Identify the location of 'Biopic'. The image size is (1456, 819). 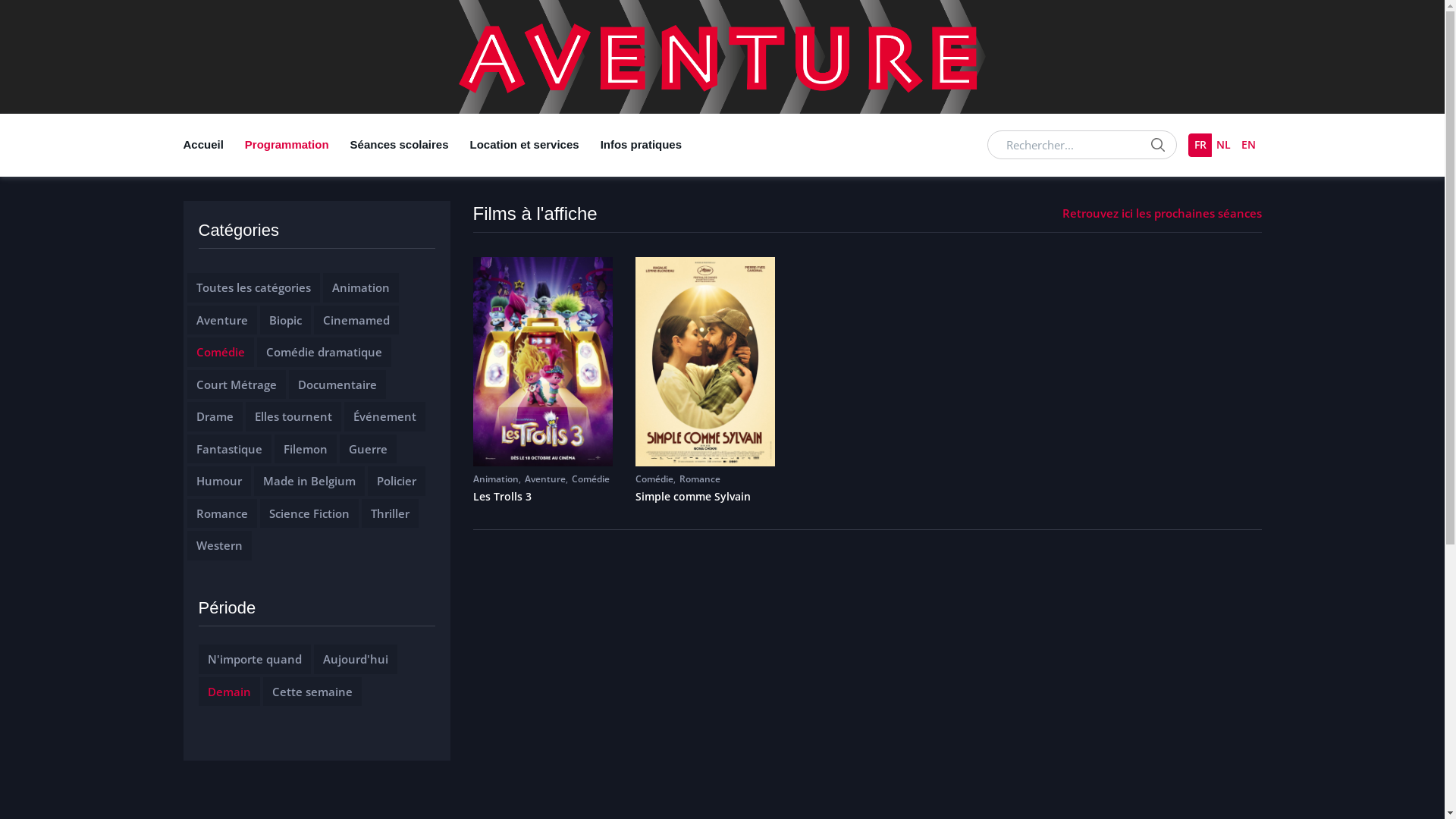
(284, 318).